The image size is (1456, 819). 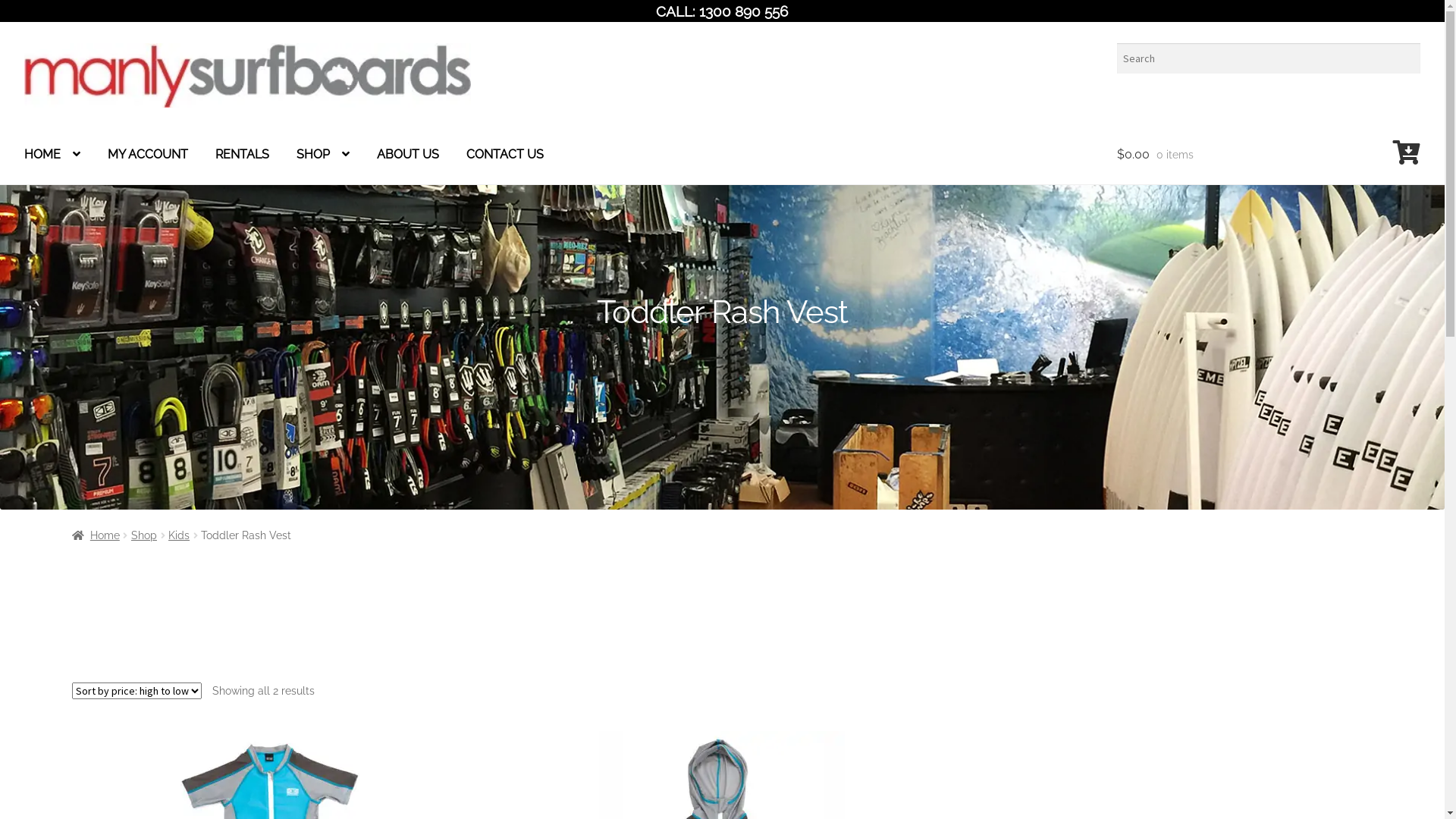 What do you see at coordinates (1269, 155) in the screenshot?
I see `'$0.00 0 items'` at bounding box center [1269, 155].